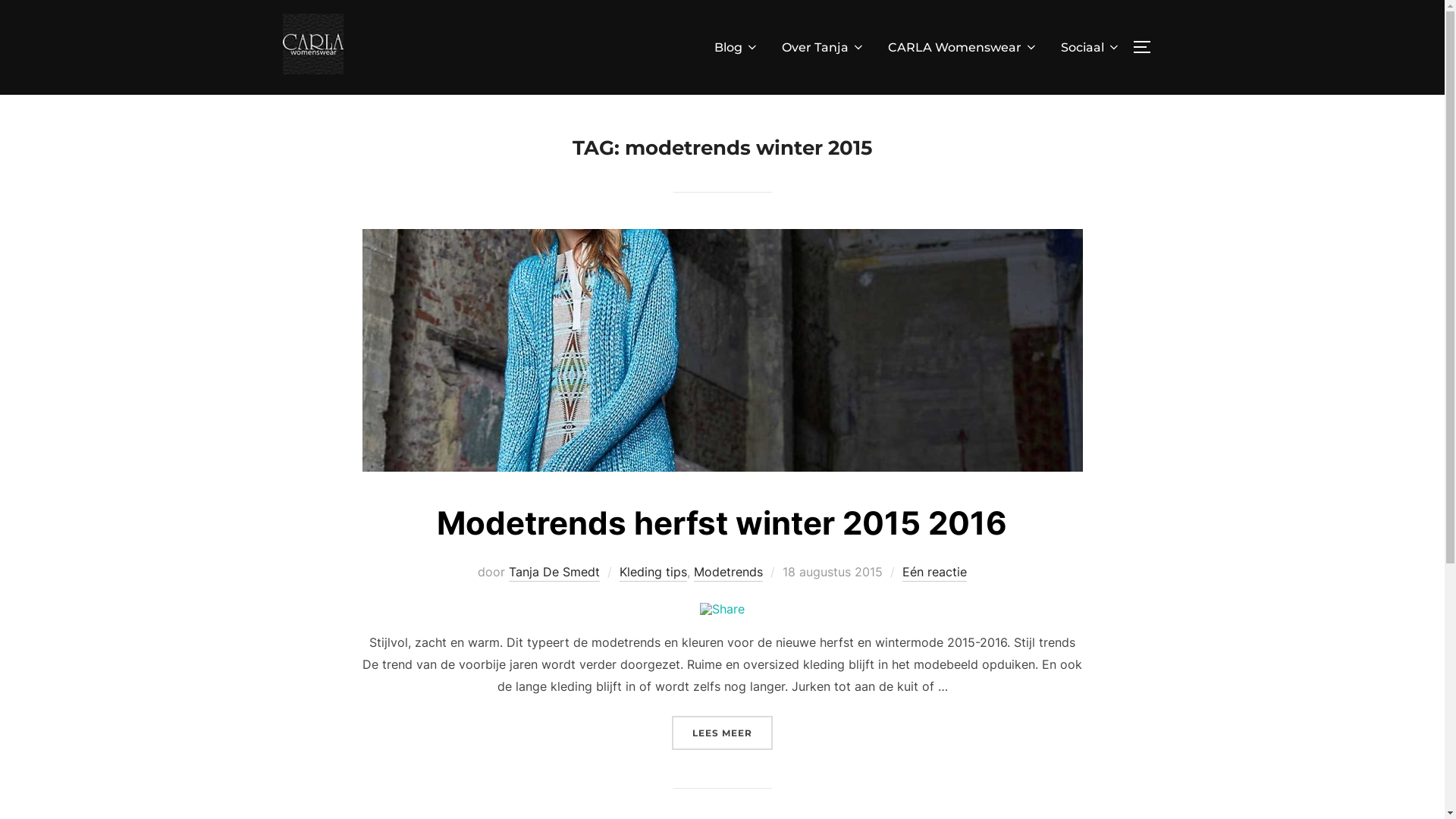  Describe the element at coordinates (821, 46) in the screenshot. I see `'Over Tanja'` at that location.